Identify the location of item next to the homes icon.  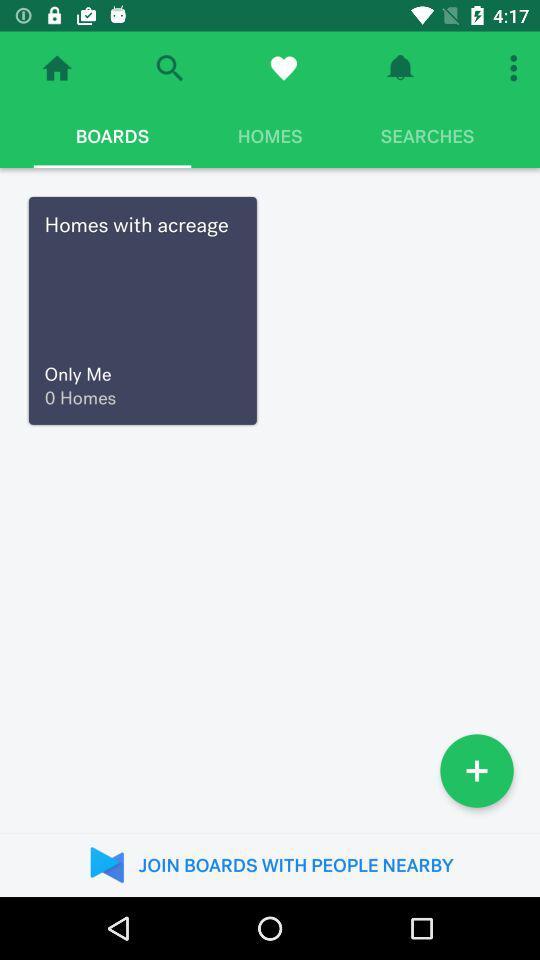
(426, 135).